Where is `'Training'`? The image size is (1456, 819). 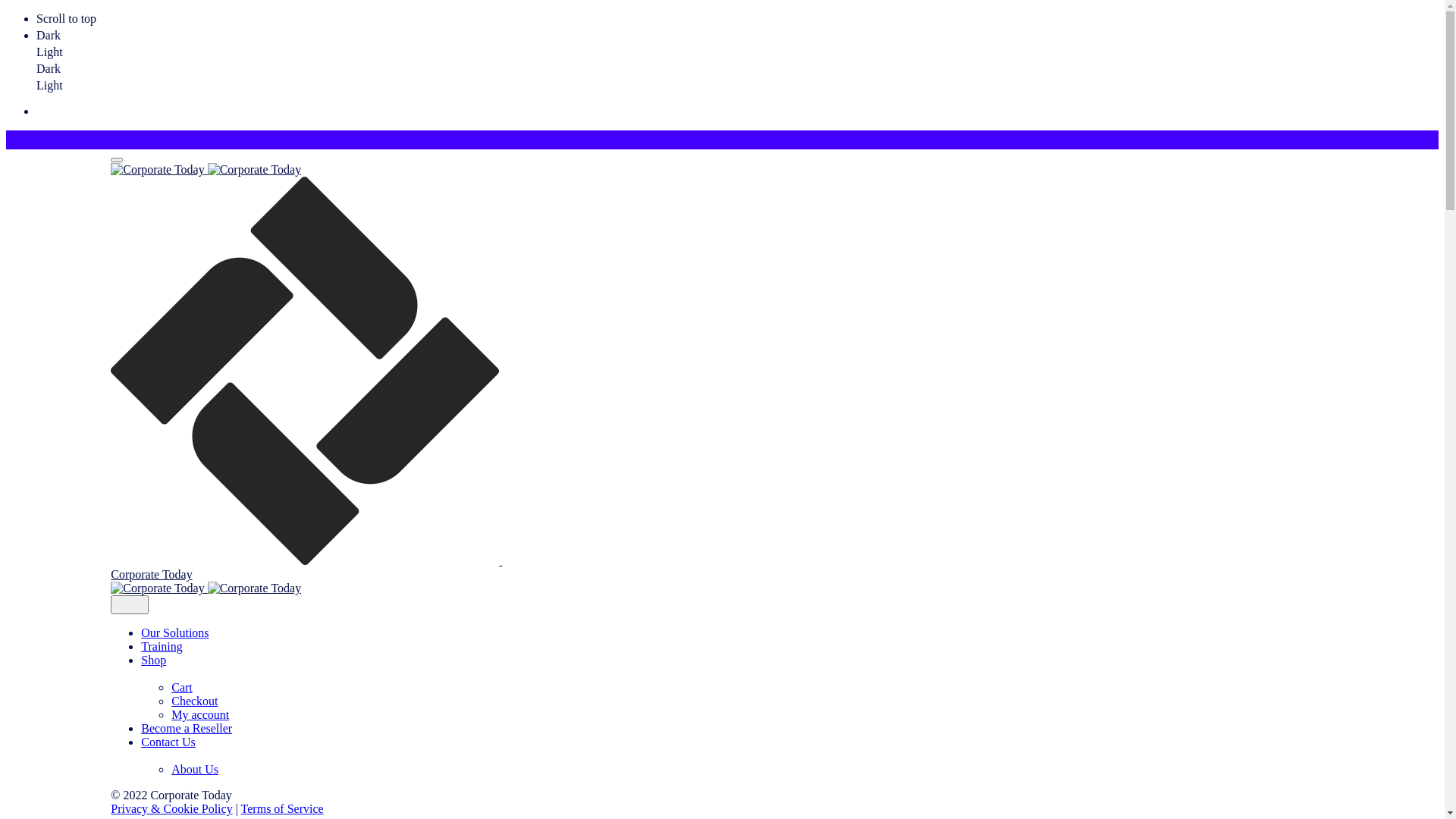 'Training' is located at coordinates (162, 646).